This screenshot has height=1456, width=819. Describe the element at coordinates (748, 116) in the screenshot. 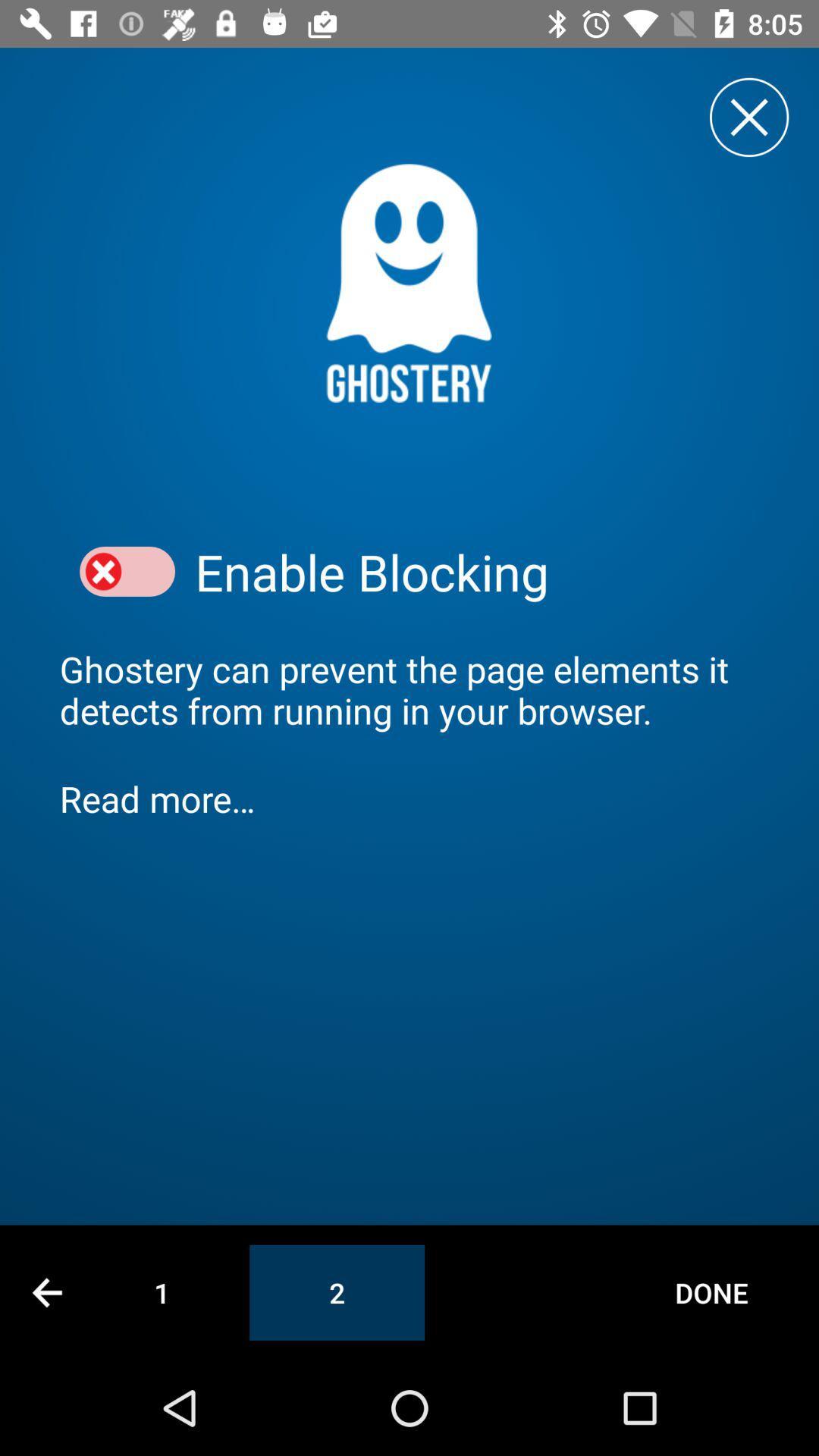

I see `closes the current app 's tab` at that location.